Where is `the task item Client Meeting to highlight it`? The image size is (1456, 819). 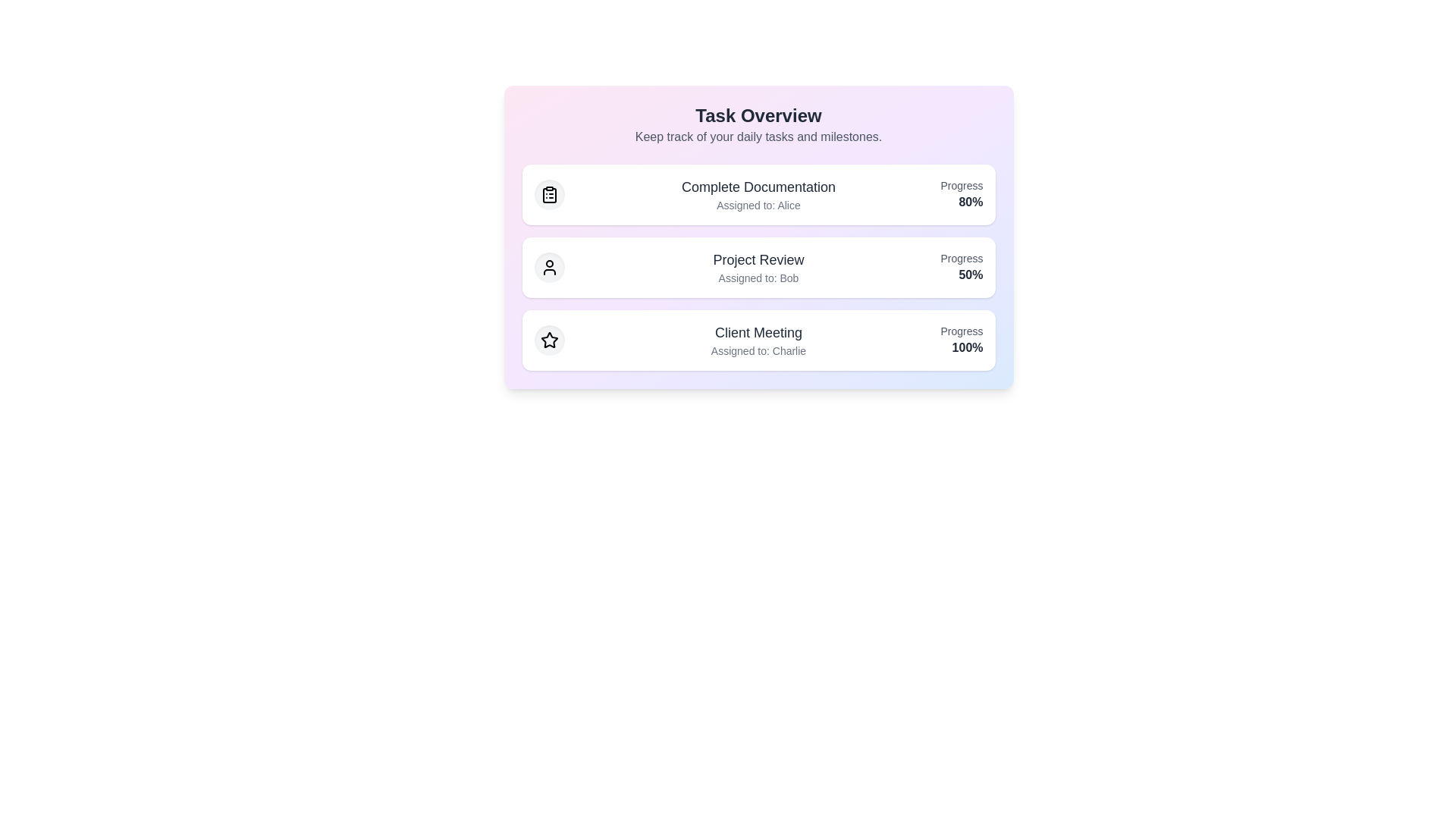 the task item Client Meeting to highlight it is located at coordinates (758, 339).